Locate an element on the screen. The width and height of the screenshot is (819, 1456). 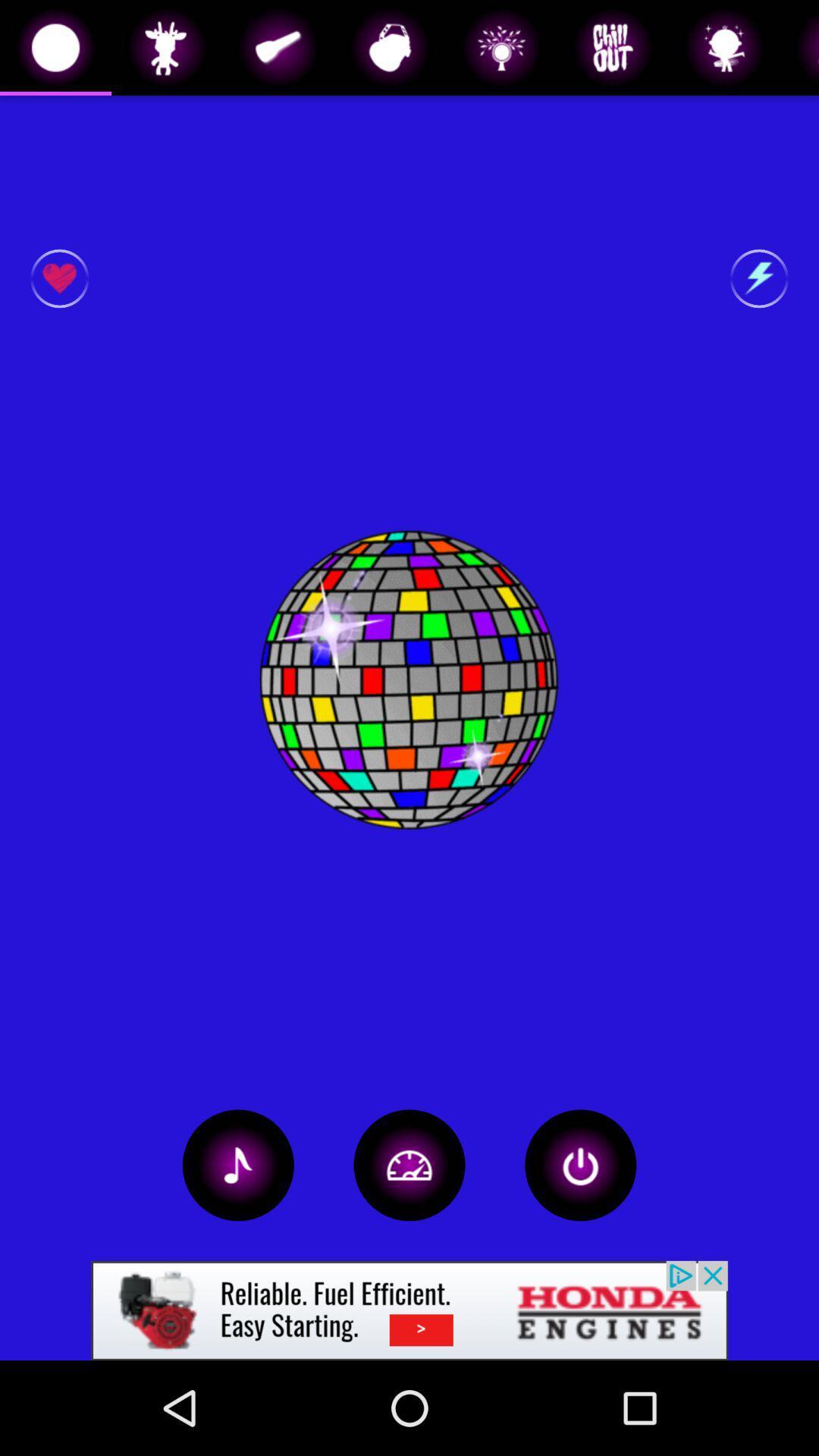
favorite button is located at coordinates (58, 278).